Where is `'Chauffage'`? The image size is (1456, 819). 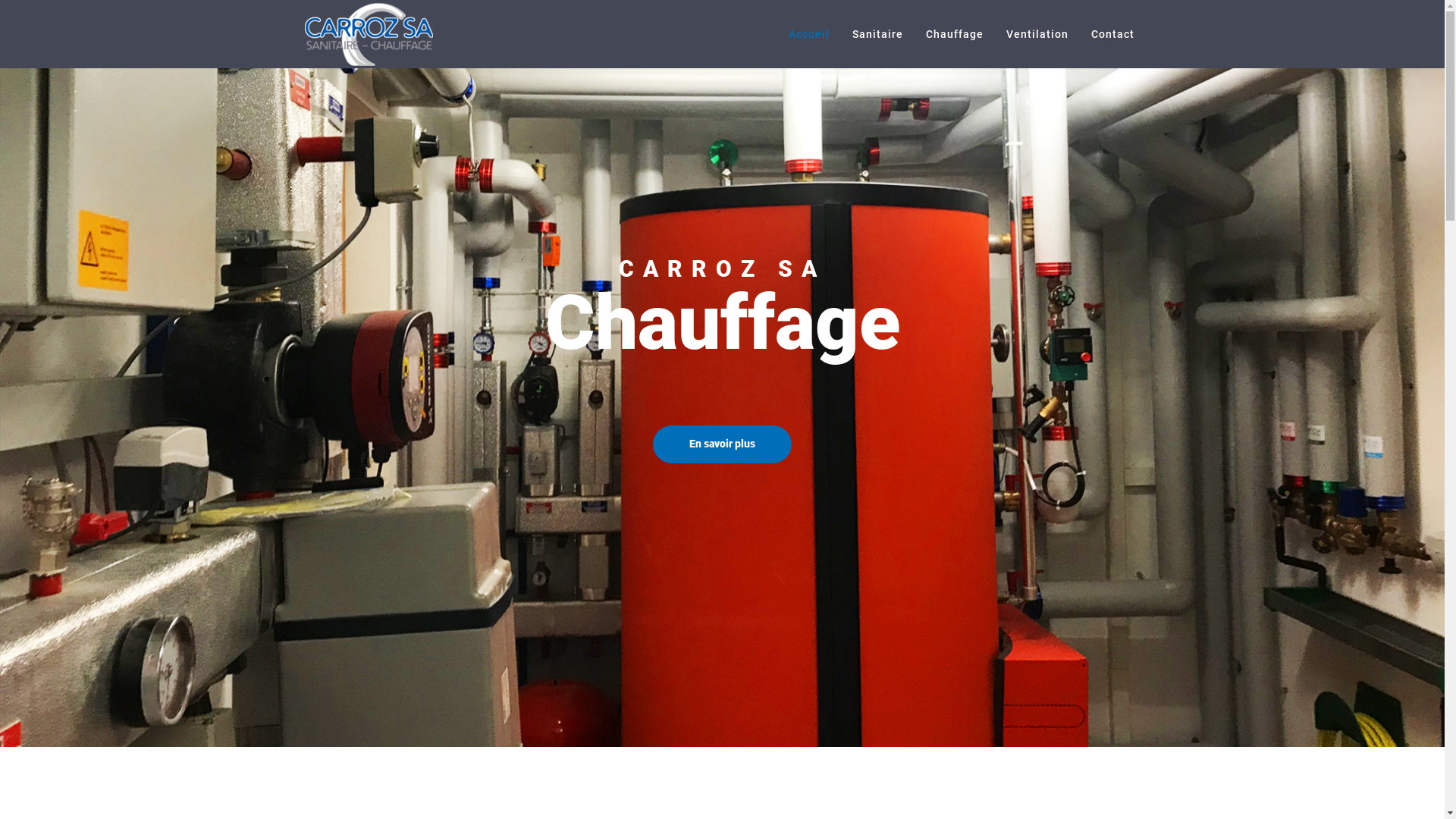 'Chauffage' is located at coordinates (953, 34).